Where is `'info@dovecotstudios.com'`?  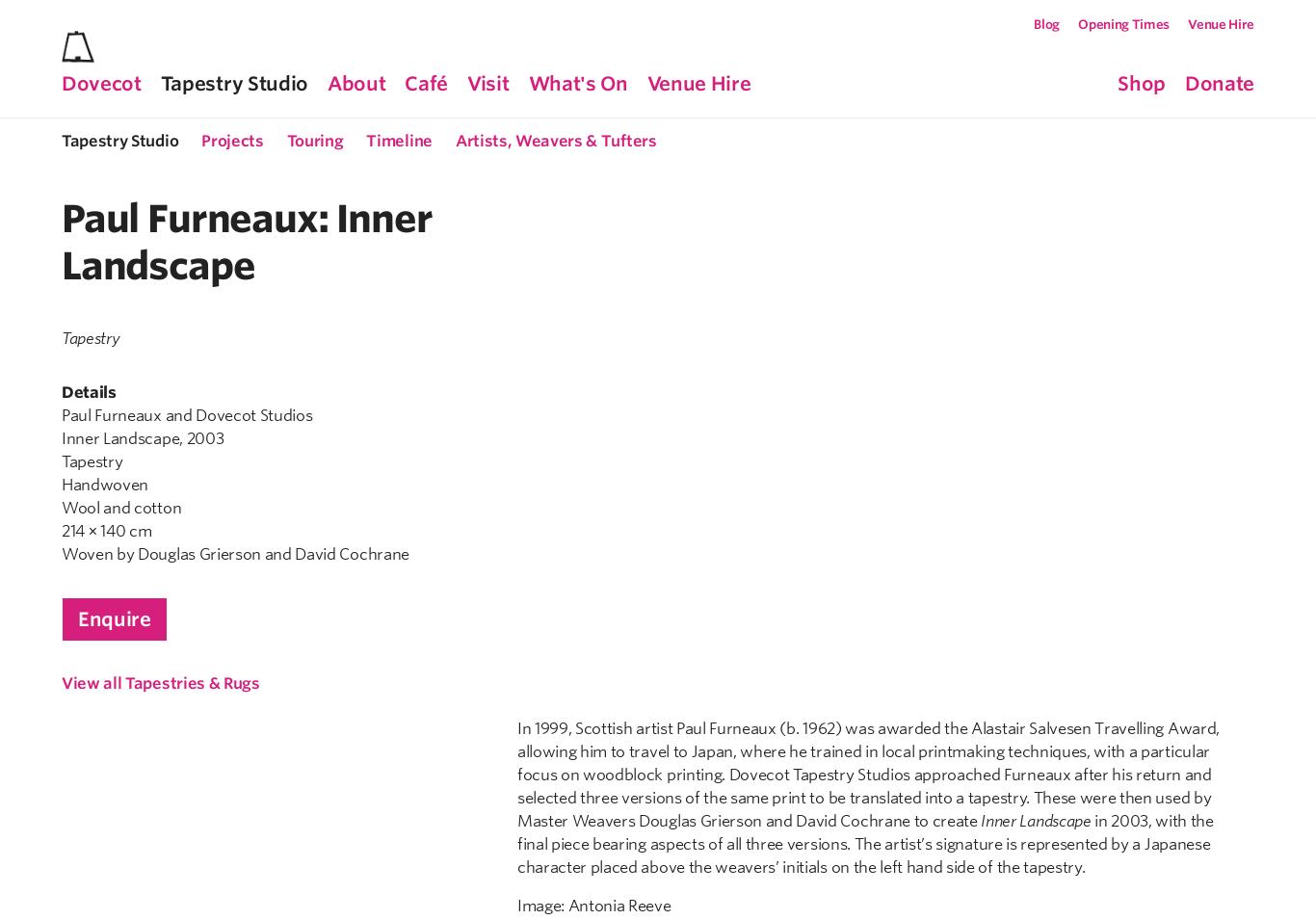 'info@dovecotstudios.com' is located at coordinates (1039, 807).